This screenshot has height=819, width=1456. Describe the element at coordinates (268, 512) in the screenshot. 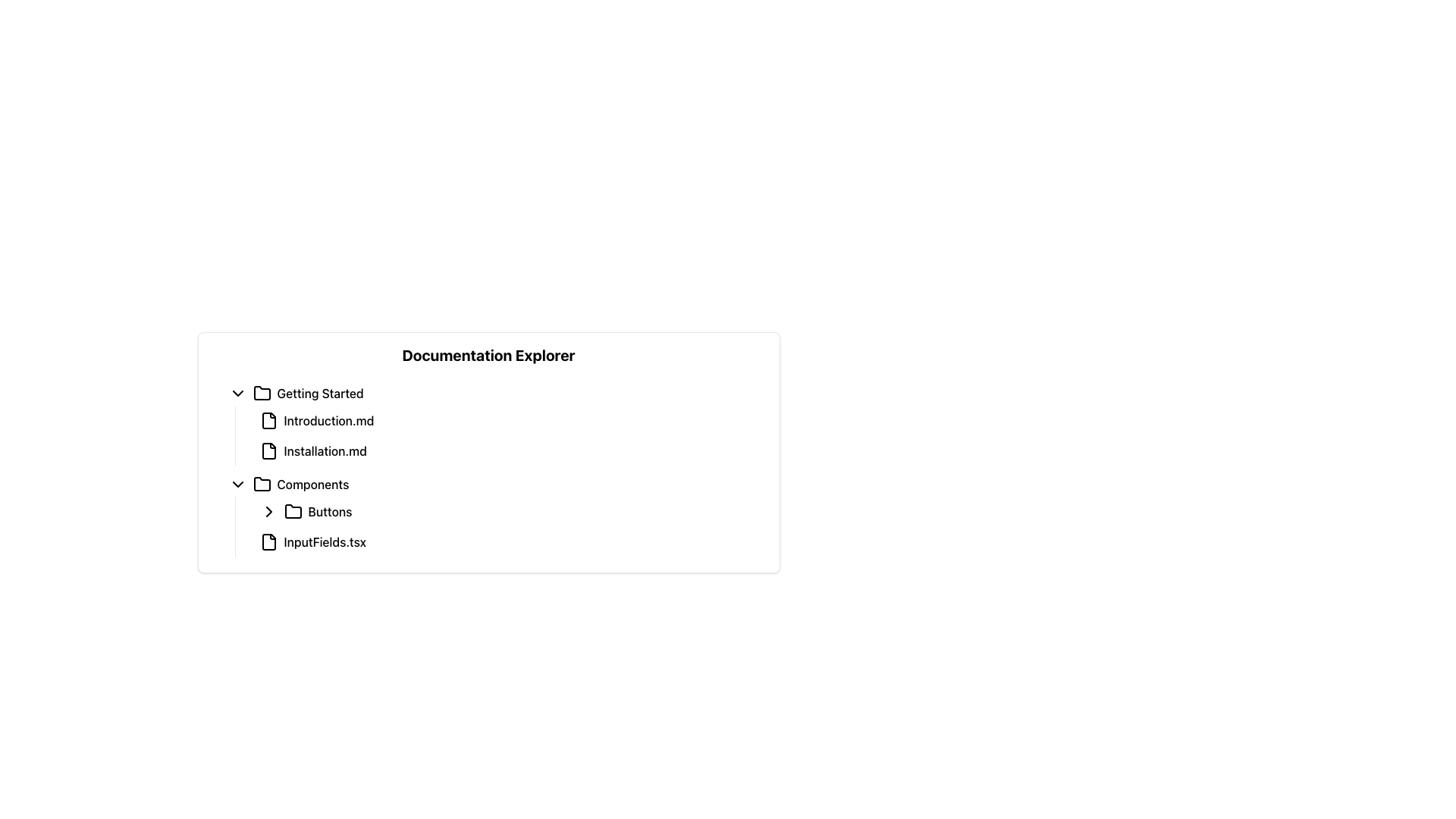

I see `the SVG graphic icon on the left of the 'Buttons' label` at that location.